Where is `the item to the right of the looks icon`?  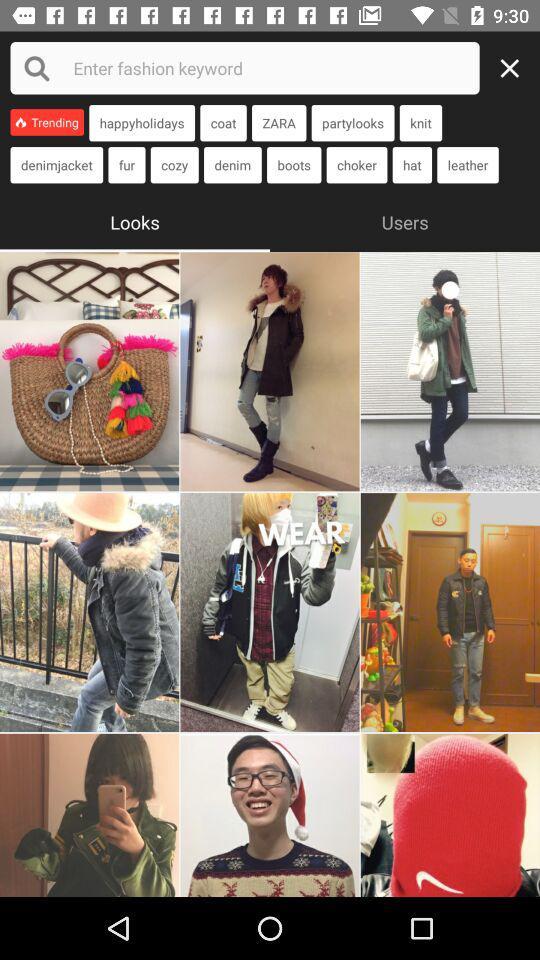 the item to the right of the looks icon is located at coordinates (405, 220).